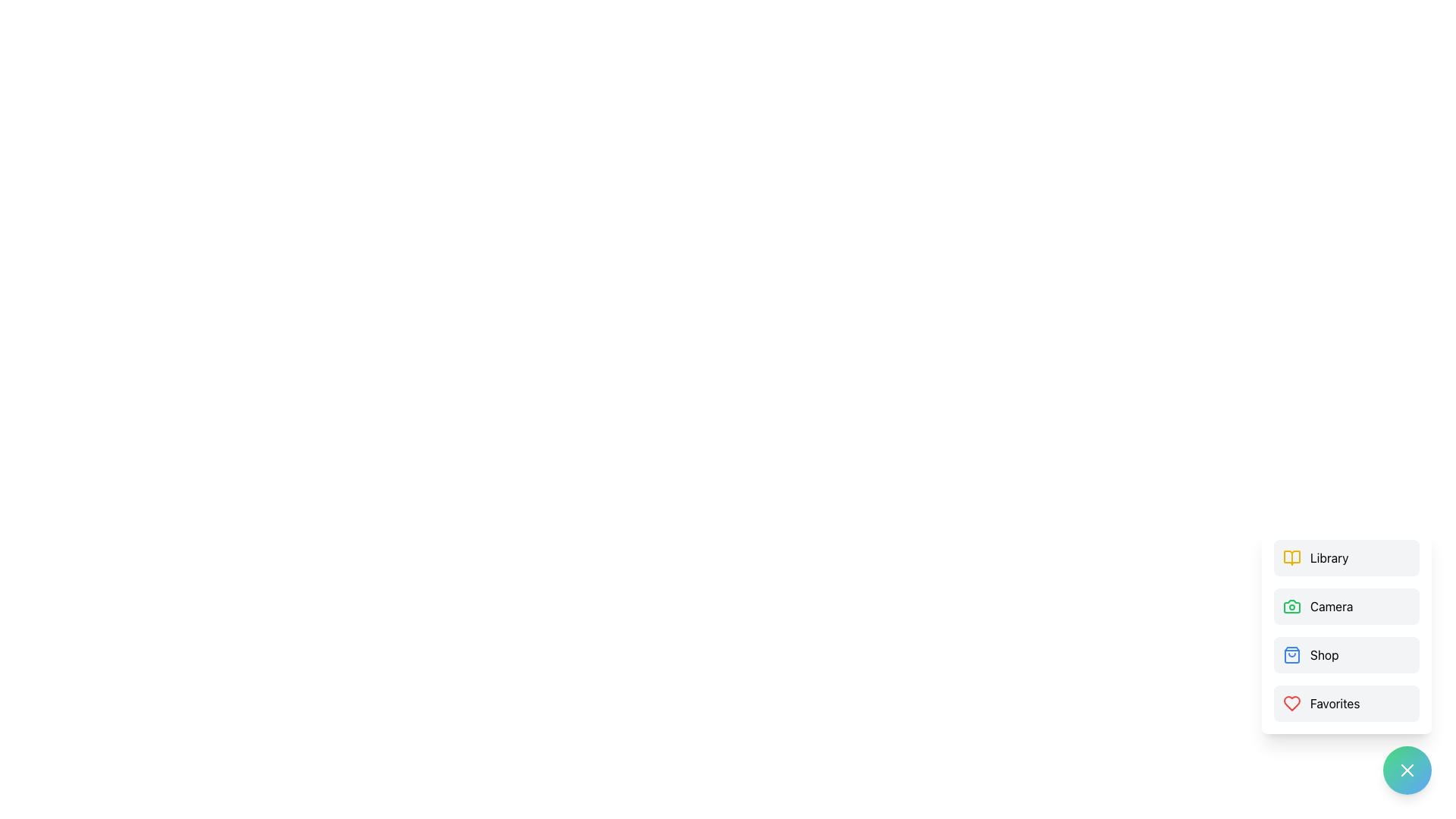  I want to click on the 'Shop' button that contains a blue shopping bag icon at the top left, so click(1291, 654).